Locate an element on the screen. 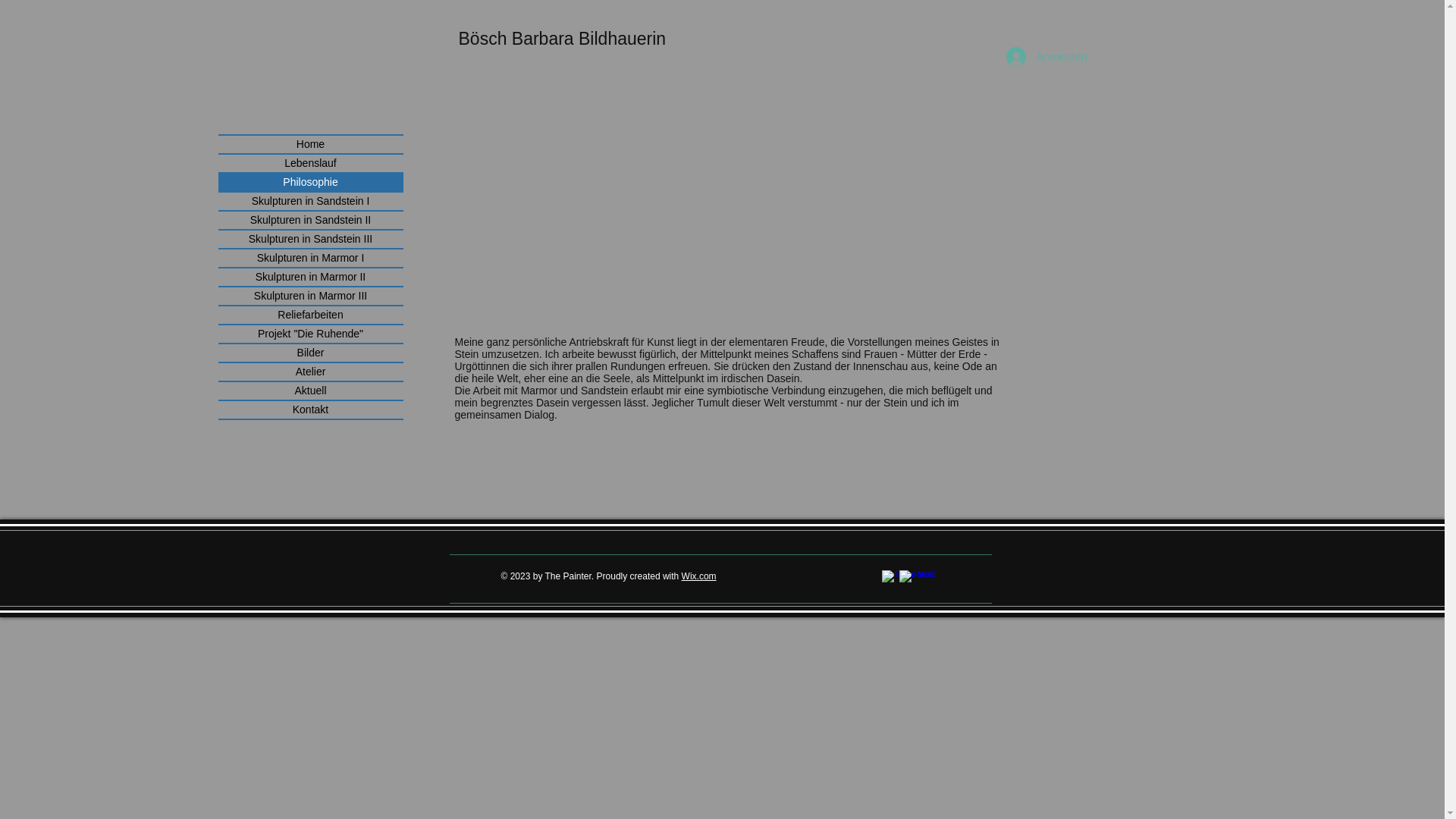 Image resolution: width=1456 pixels, height=819 pixels. 'Skulpturen in Sandstein II' is located at coordinates (309, 220).